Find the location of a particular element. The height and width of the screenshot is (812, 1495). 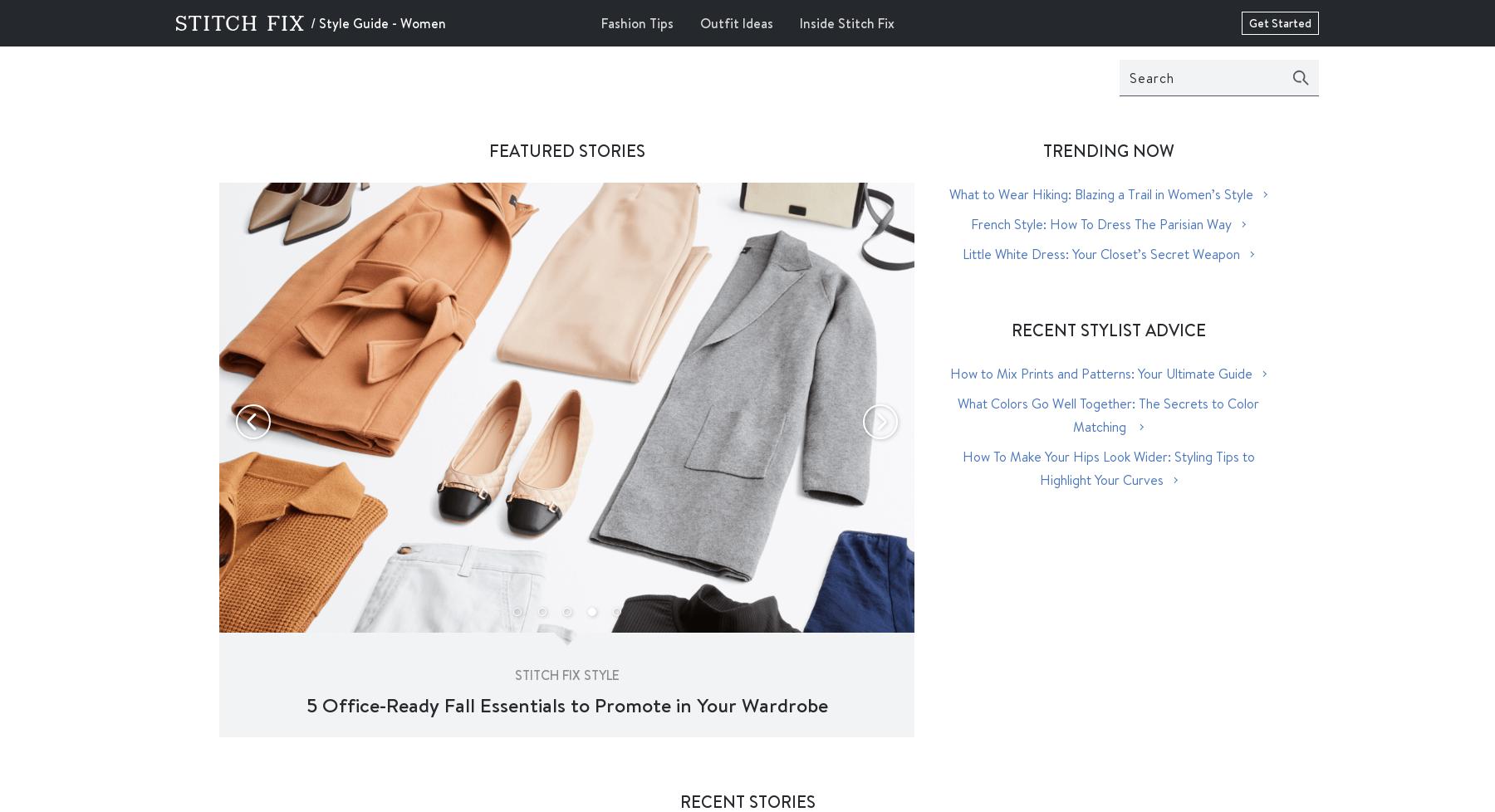

'Palette Pleasers: 4 Color Trends to Try in Fall 2023' is located at coordinates (566, 703).